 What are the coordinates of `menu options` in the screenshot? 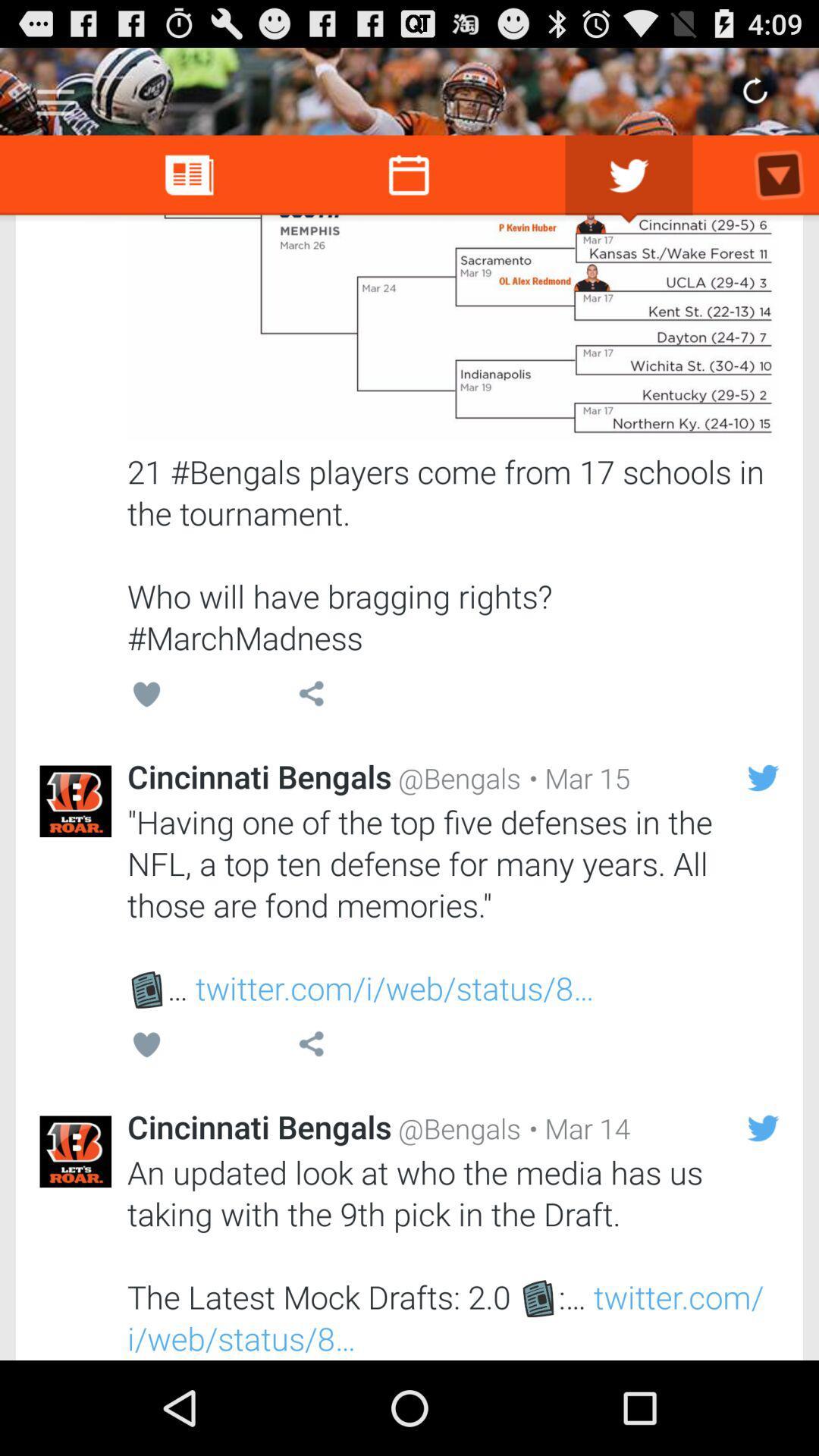 It's located at (55, 96).